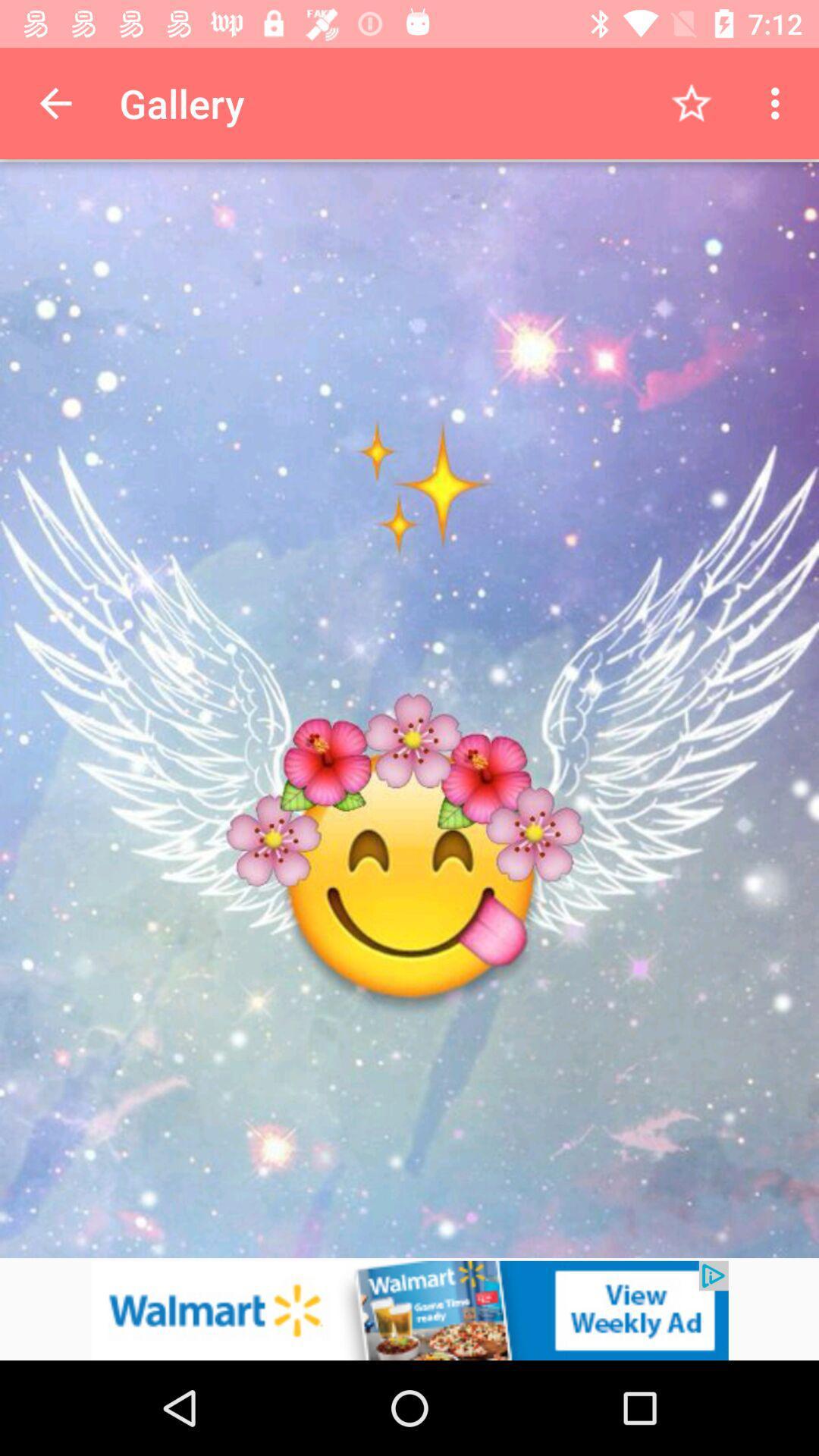 The width and height of the screenshot is (819, 1456). I want to click on advertisent page, so click(409, 1310).